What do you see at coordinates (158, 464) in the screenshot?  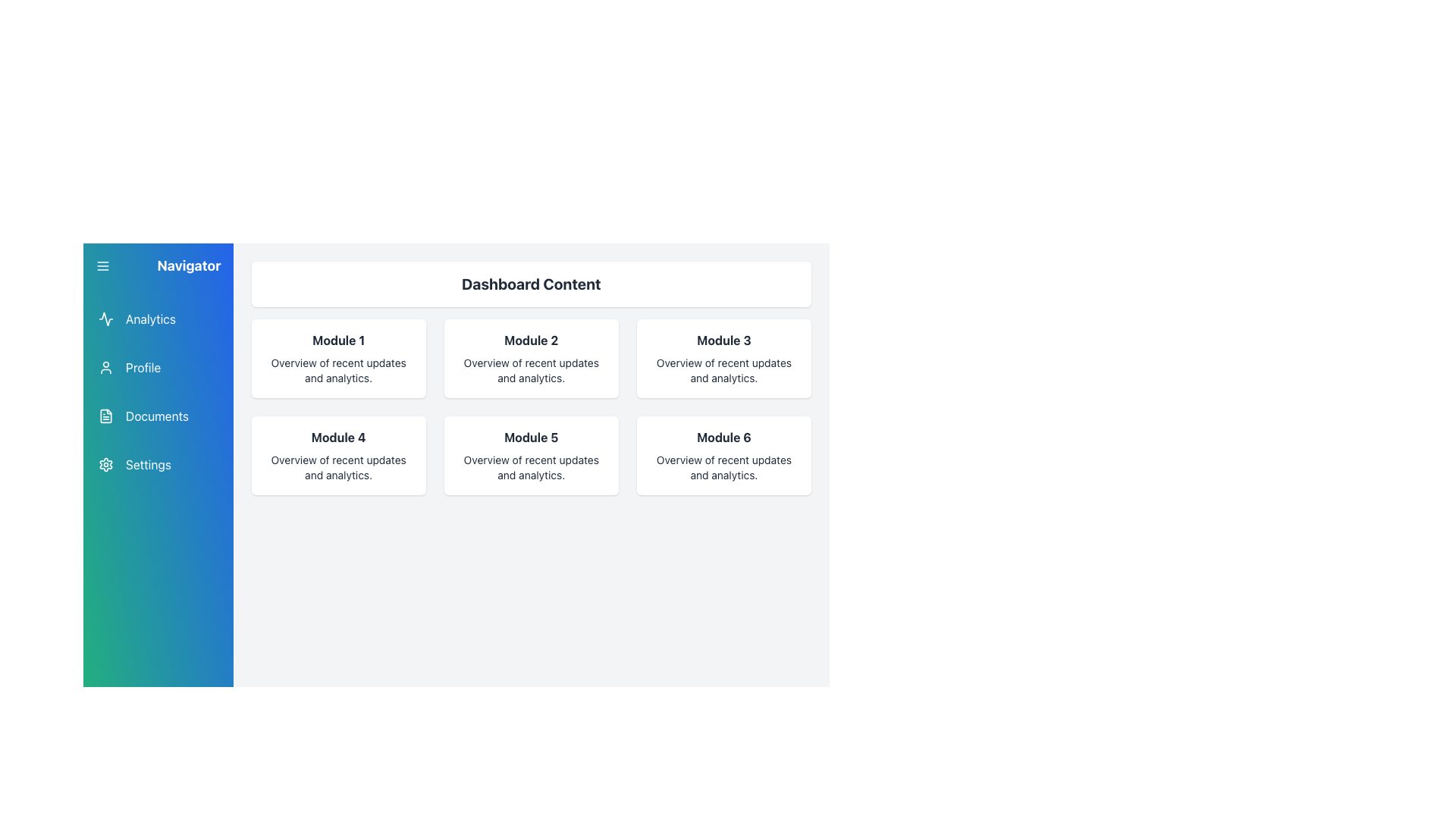 I see `the fourth navigation button in the vertical left sidebar menu` at bounding box center [158, 464].